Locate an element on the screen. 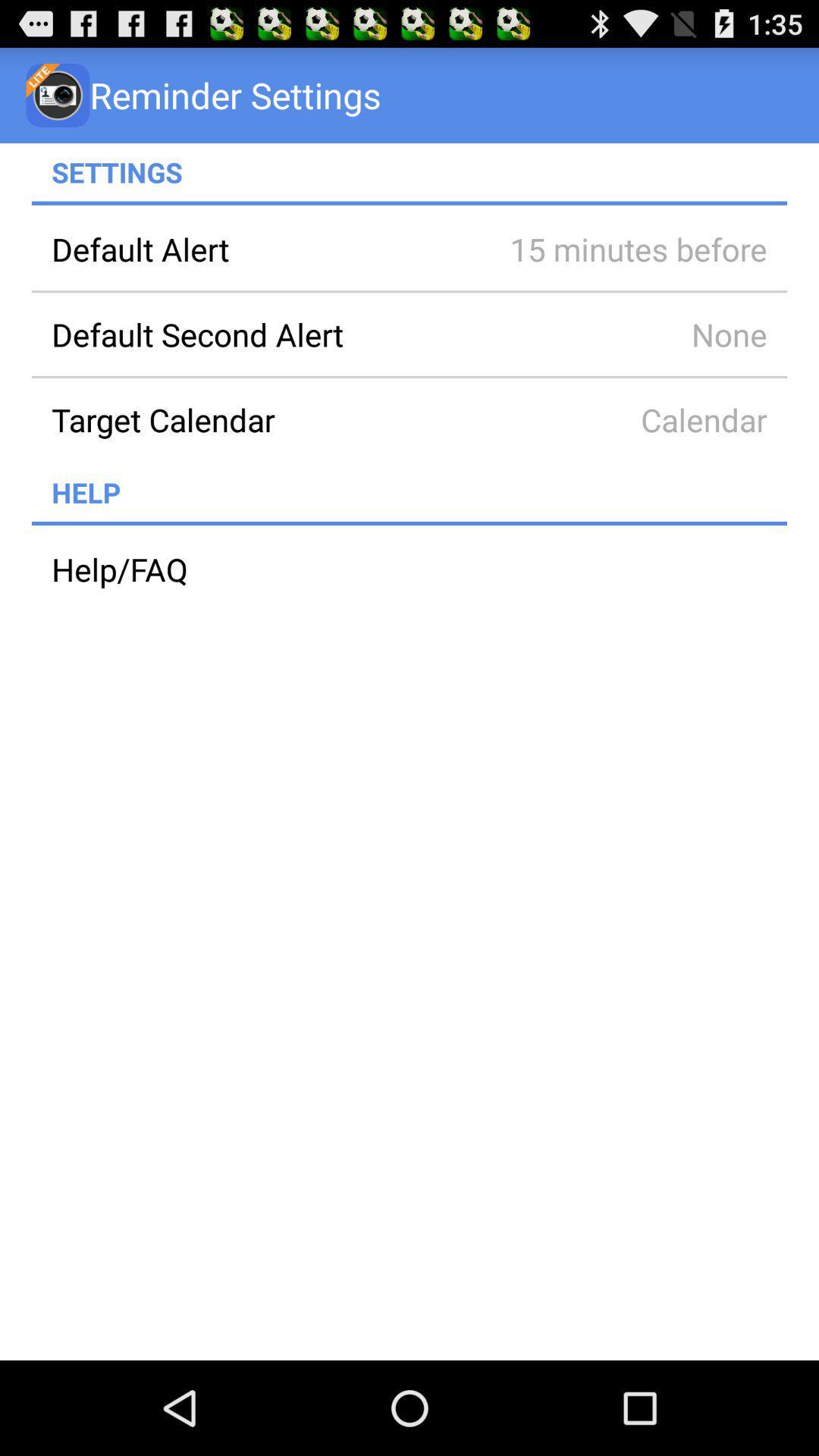  item to the left of calendar icon is located at coordinates (259, 419).